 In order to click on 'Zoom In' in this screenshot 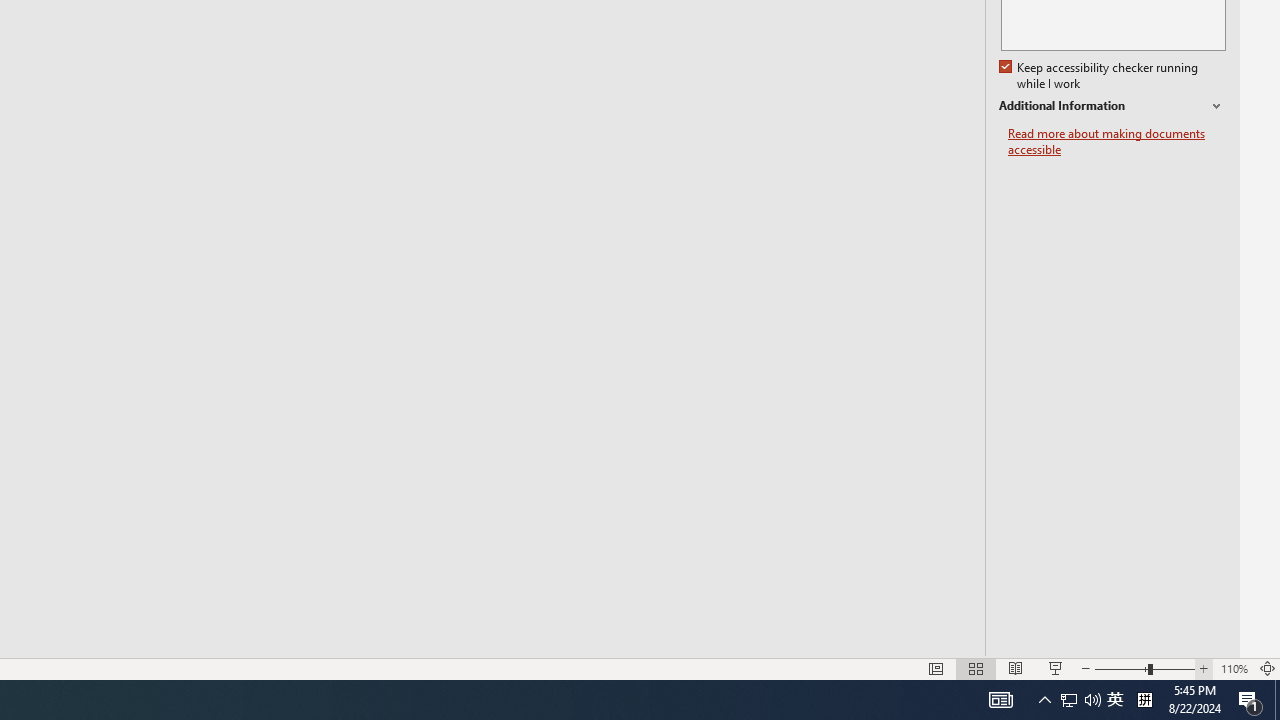, I will do `click(1203, 669)`.